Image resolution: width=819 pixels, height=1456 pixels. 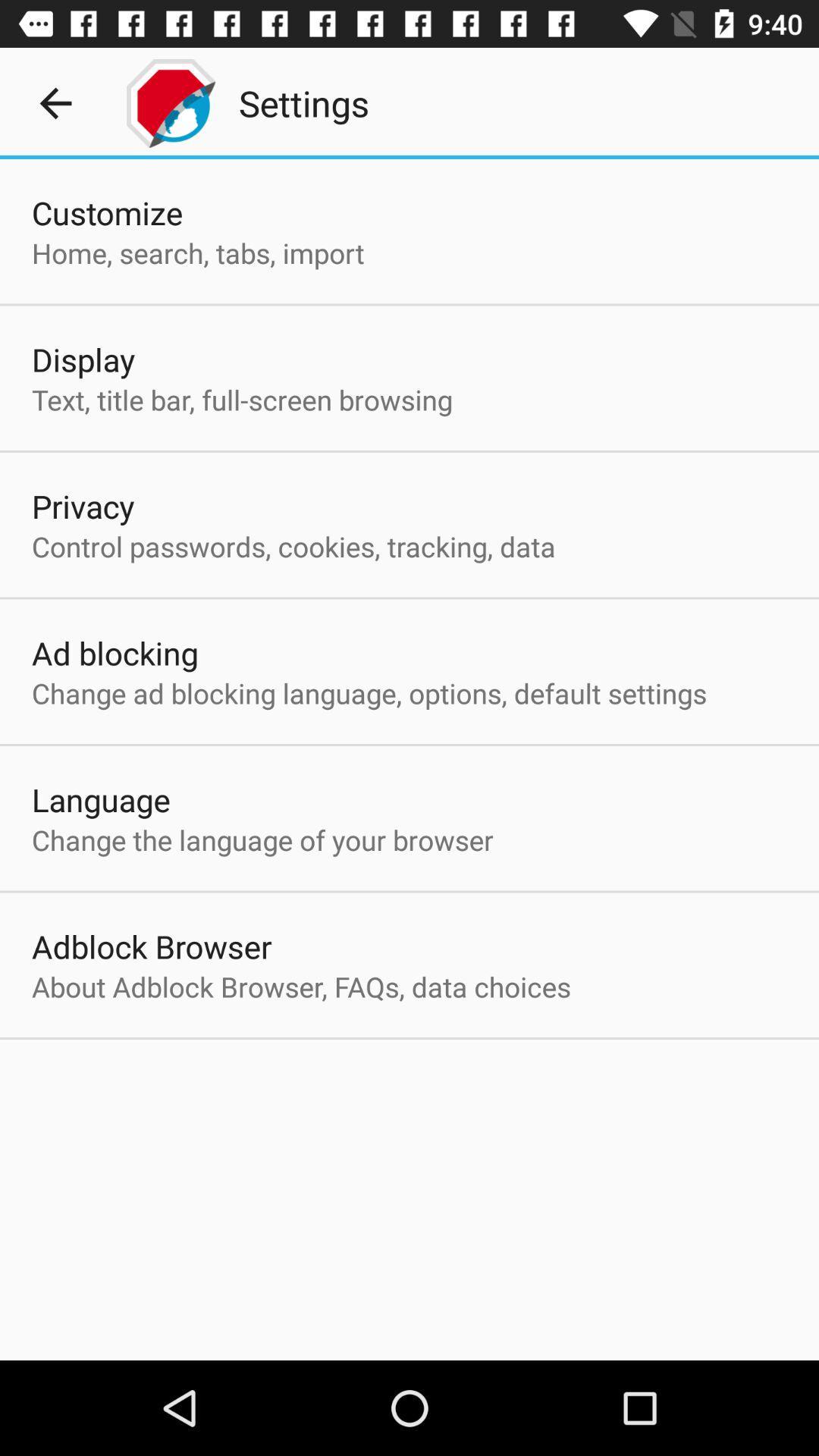 I want to click on the control passwords cookies, so click(x=293, y=546).